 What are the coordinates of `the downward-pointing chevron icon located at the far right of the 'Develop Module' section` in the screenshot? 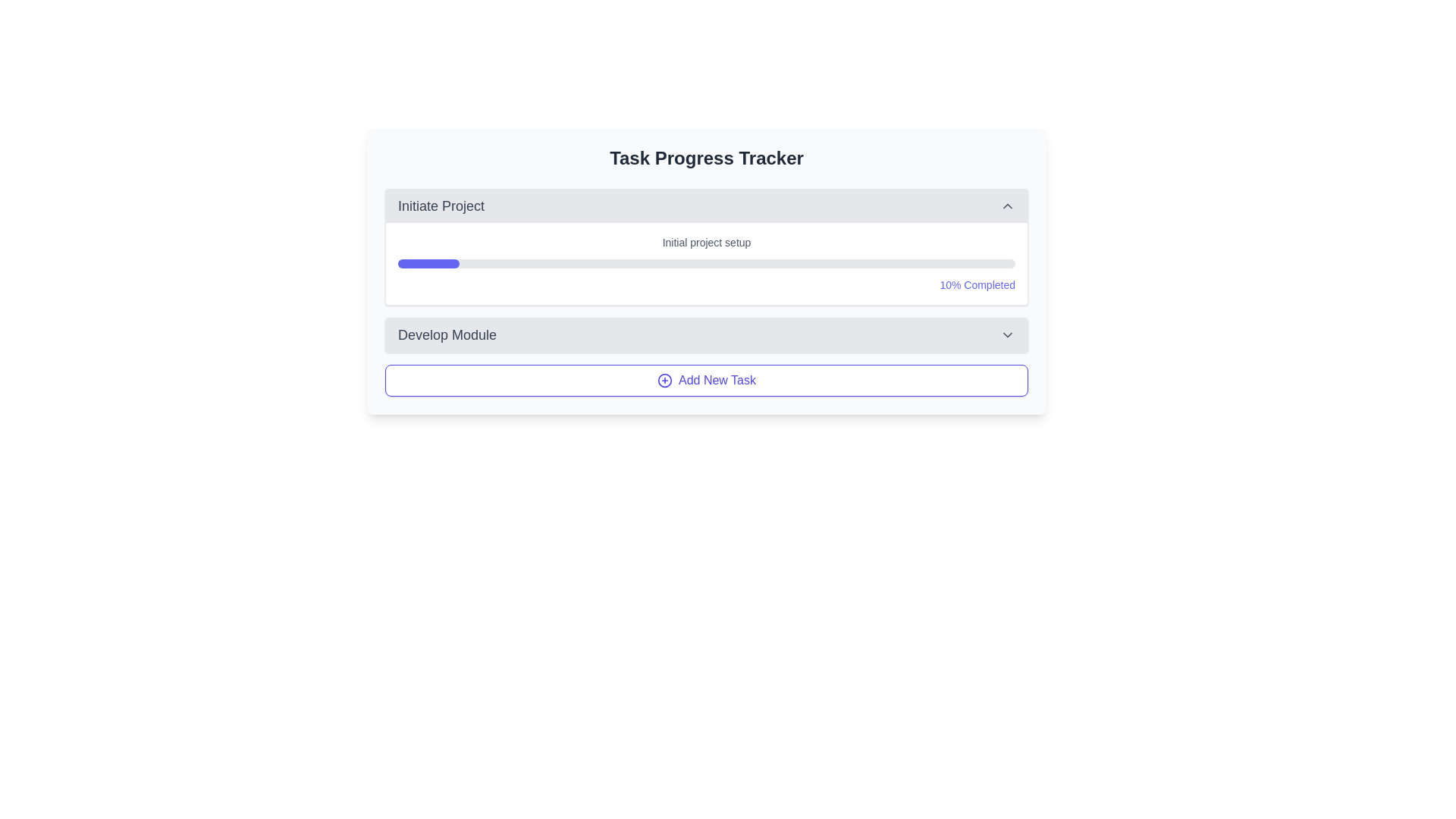 It's located at (1008, 334).